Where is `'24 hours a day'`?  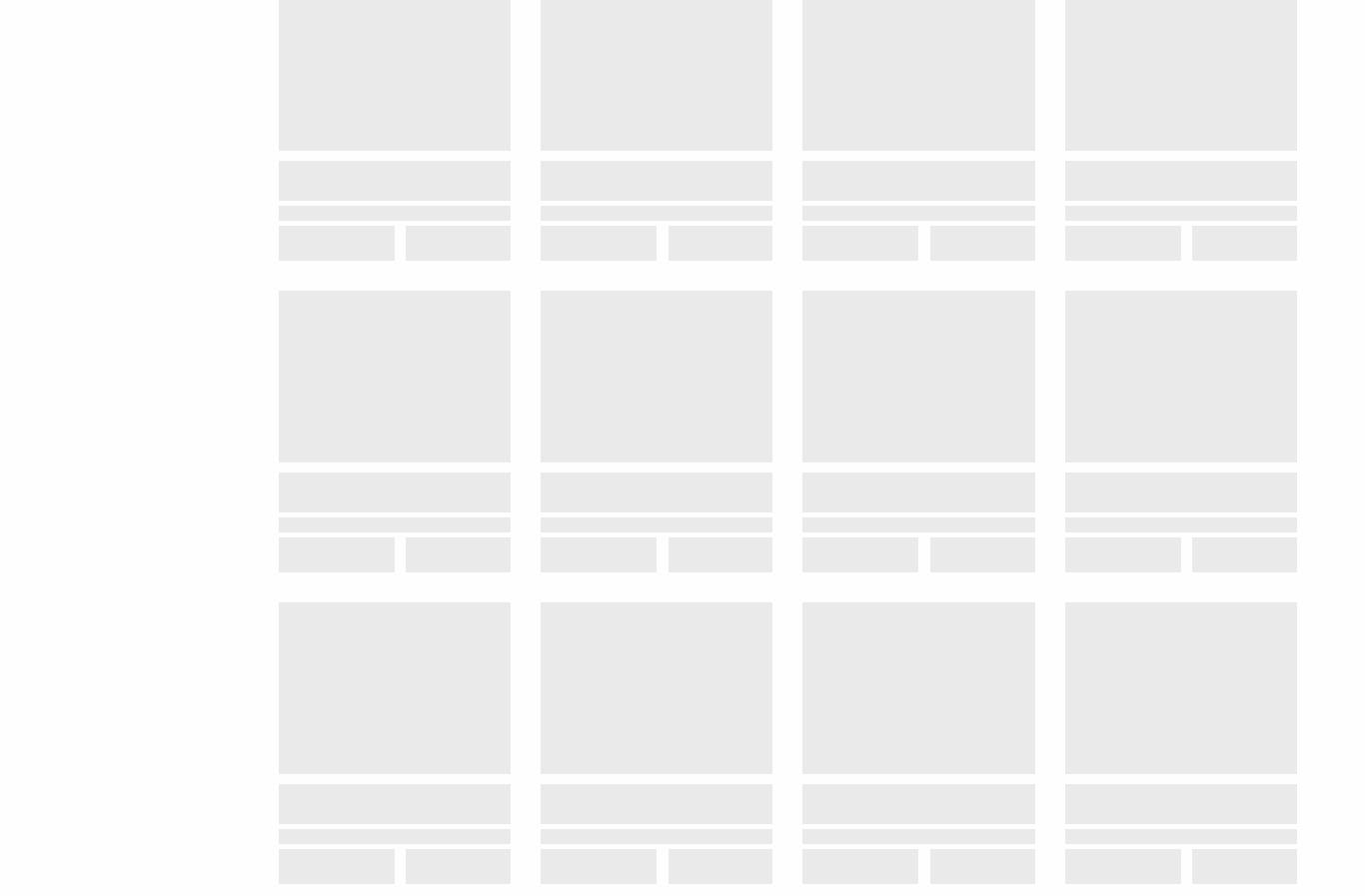
'24 hours a day' is located at coordinates (441, 34).